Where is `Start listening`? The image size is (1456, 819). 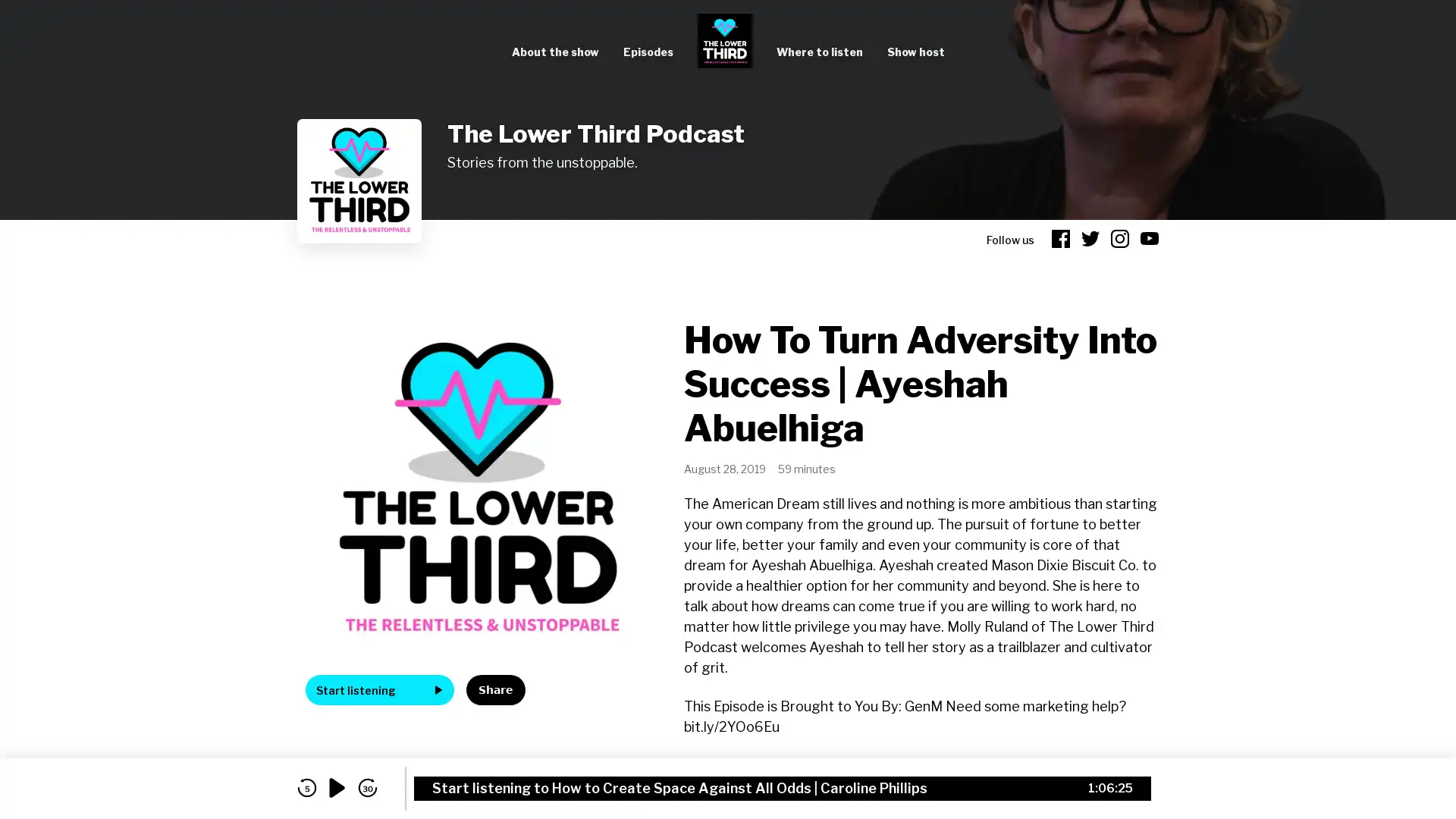
Start listening is located at coordinates (379, 690).